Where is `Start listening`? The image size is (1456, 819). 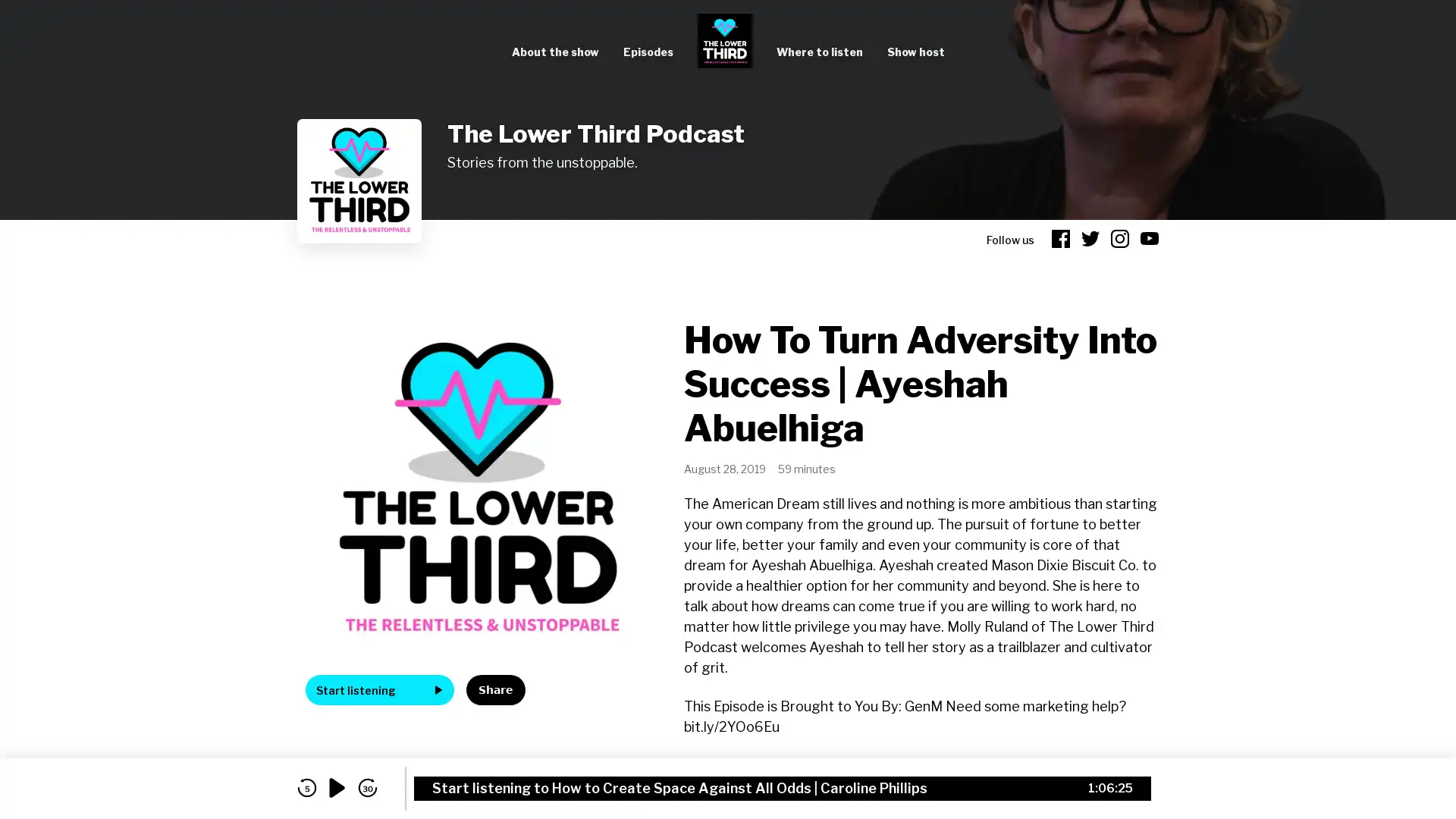
Start listening is located at coordinates (379, 690).